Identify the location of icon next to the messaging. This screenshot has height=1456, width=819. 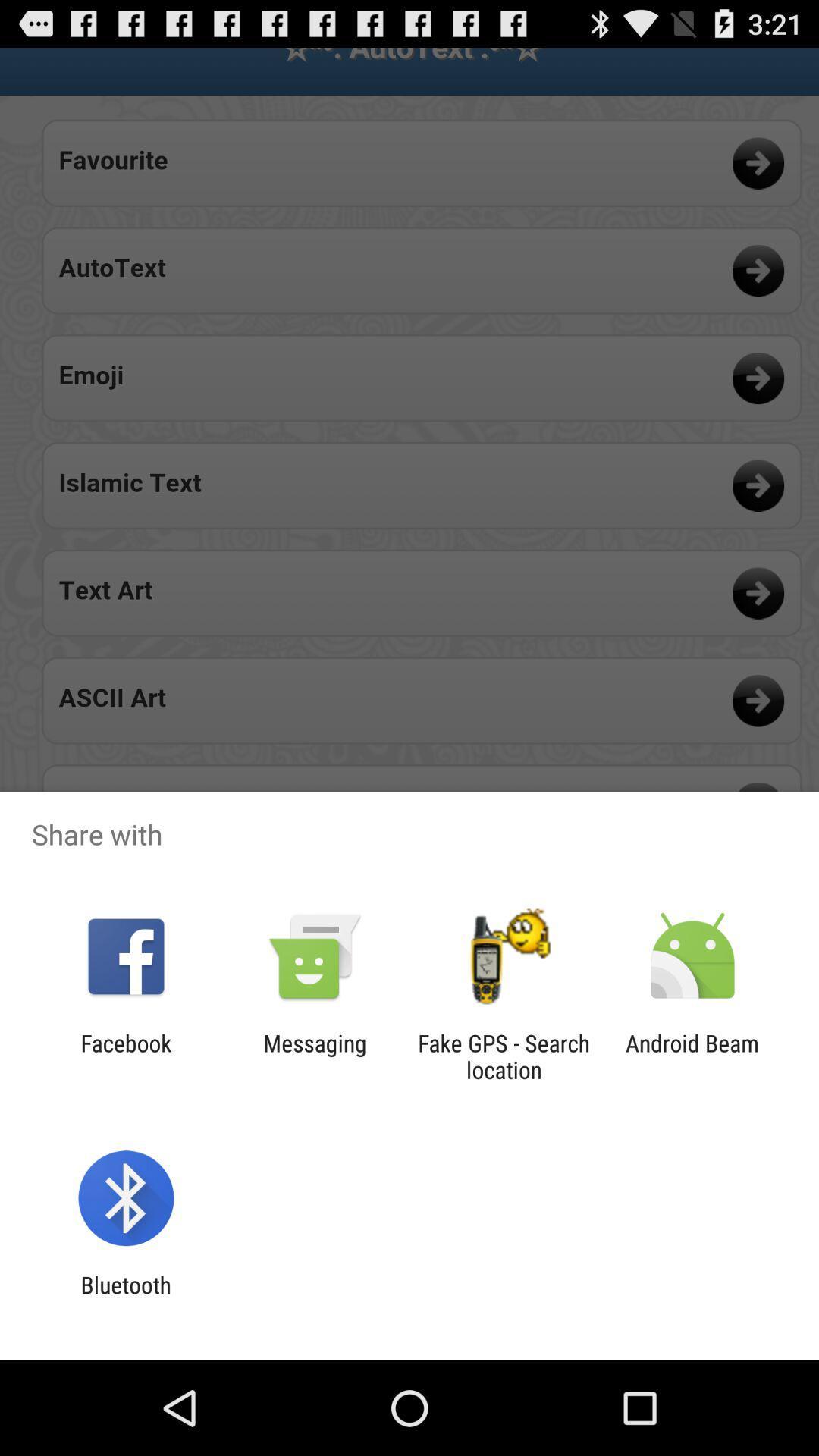
(504, 1056).